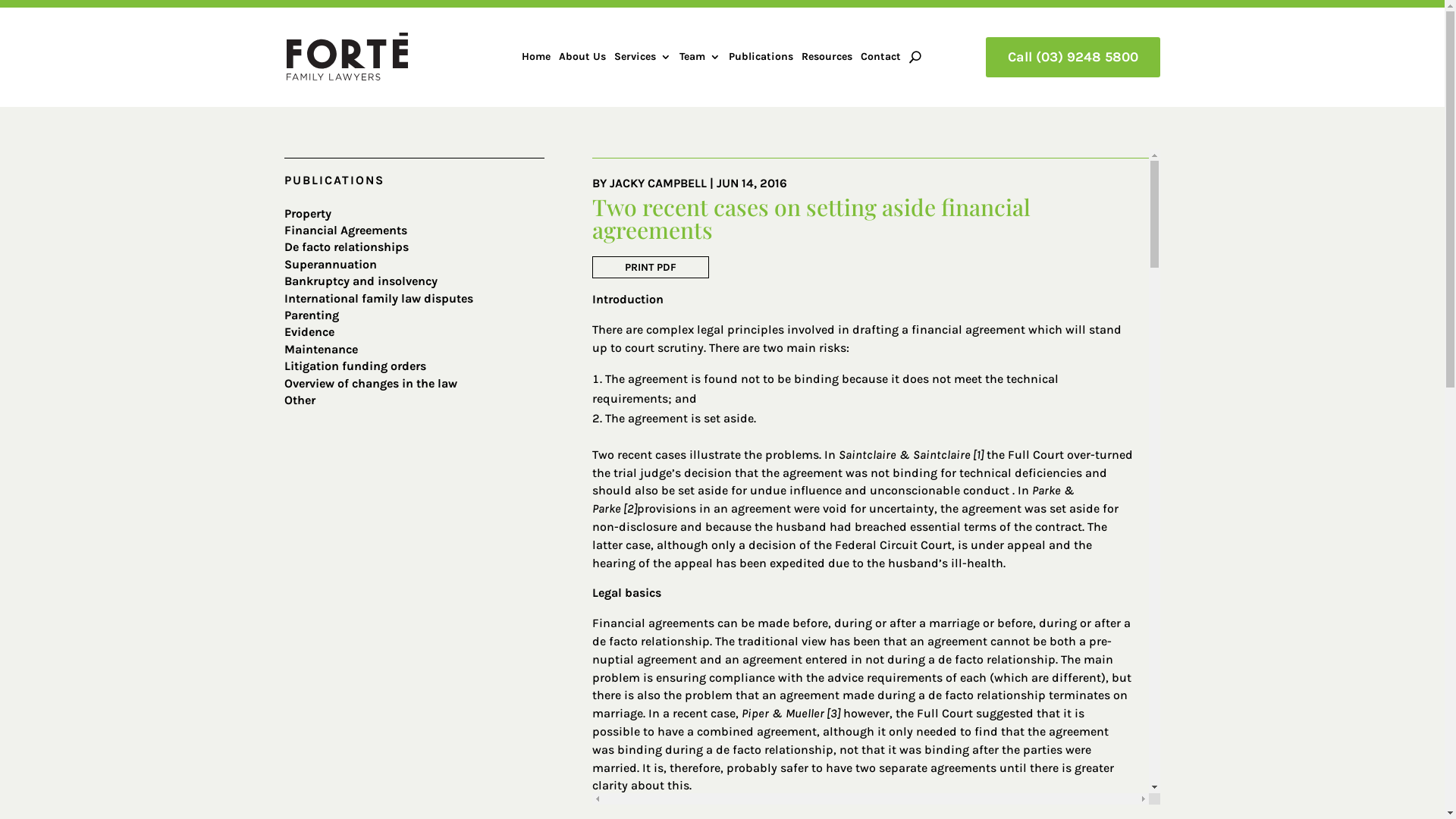 This screenshot has height=819, width=1456. I want to click on 'Services', so click(642, 58).